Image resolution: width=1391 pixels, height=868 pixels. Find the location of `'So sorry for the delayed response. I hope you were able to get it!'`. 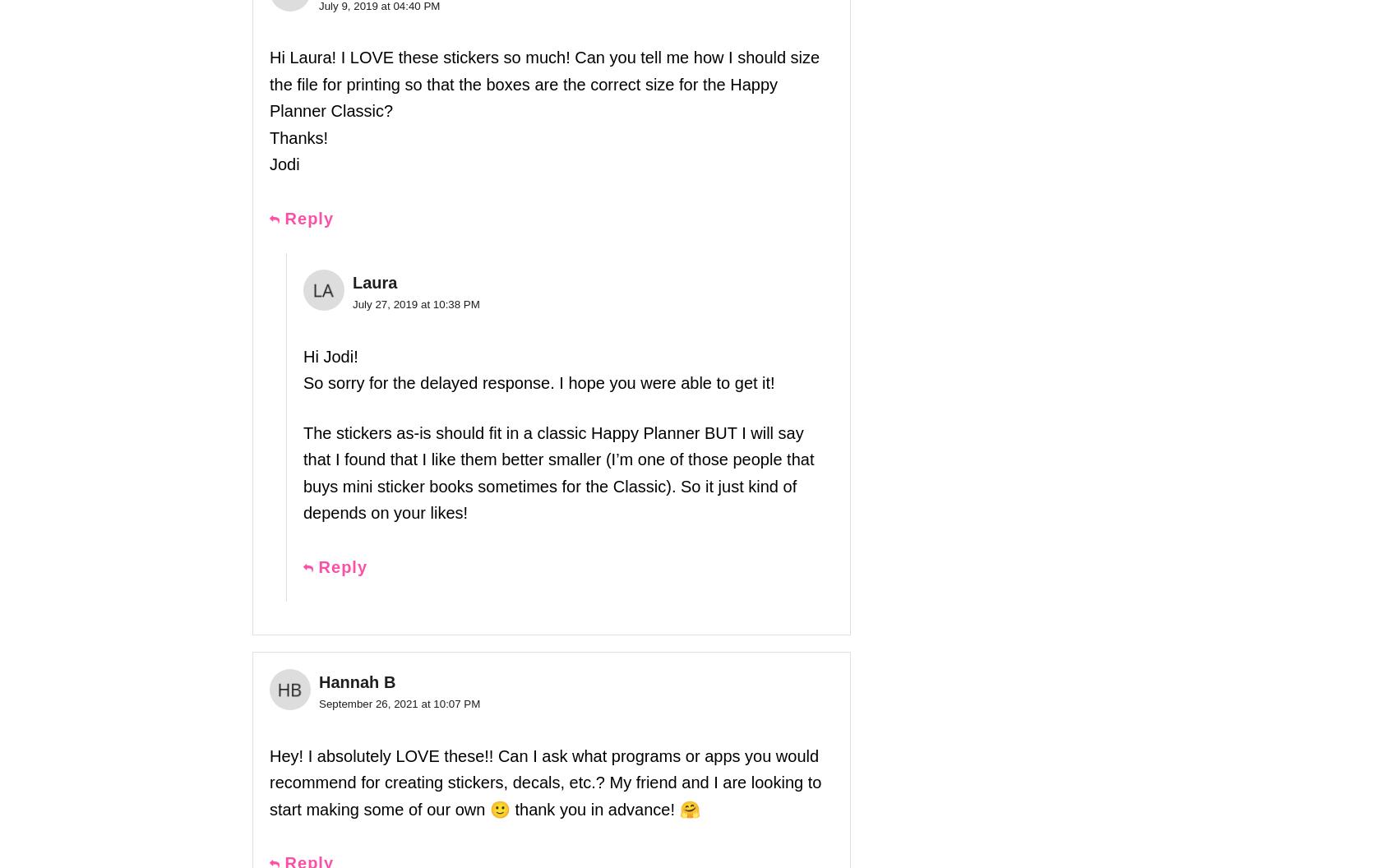

'So sorry for the delayed response. I hope you were able to get it!' is located at coordinates (538, 382).